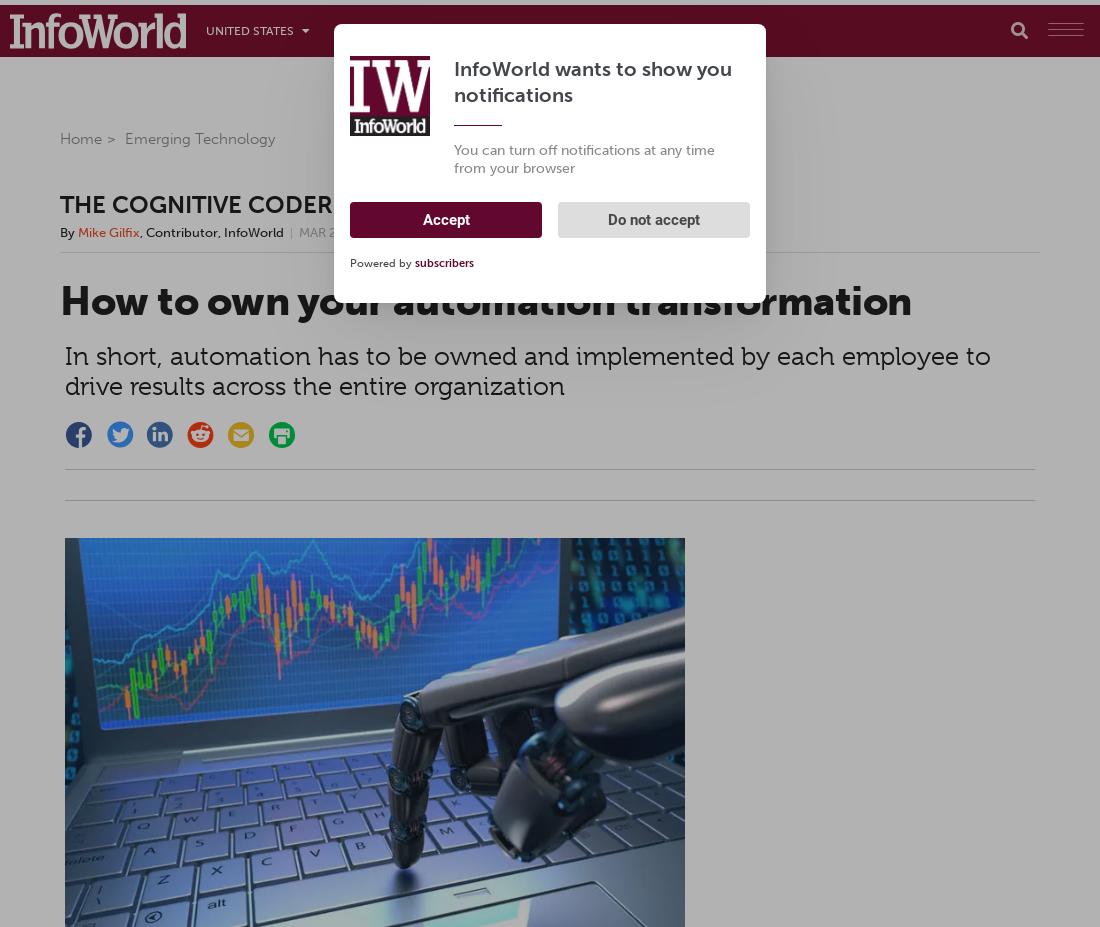 Image resolution: width=1100 pixels, height=927 pixels. Describe the element at coordinates (593, 30) in the screenshot. I see `'App Dev'` at that location.